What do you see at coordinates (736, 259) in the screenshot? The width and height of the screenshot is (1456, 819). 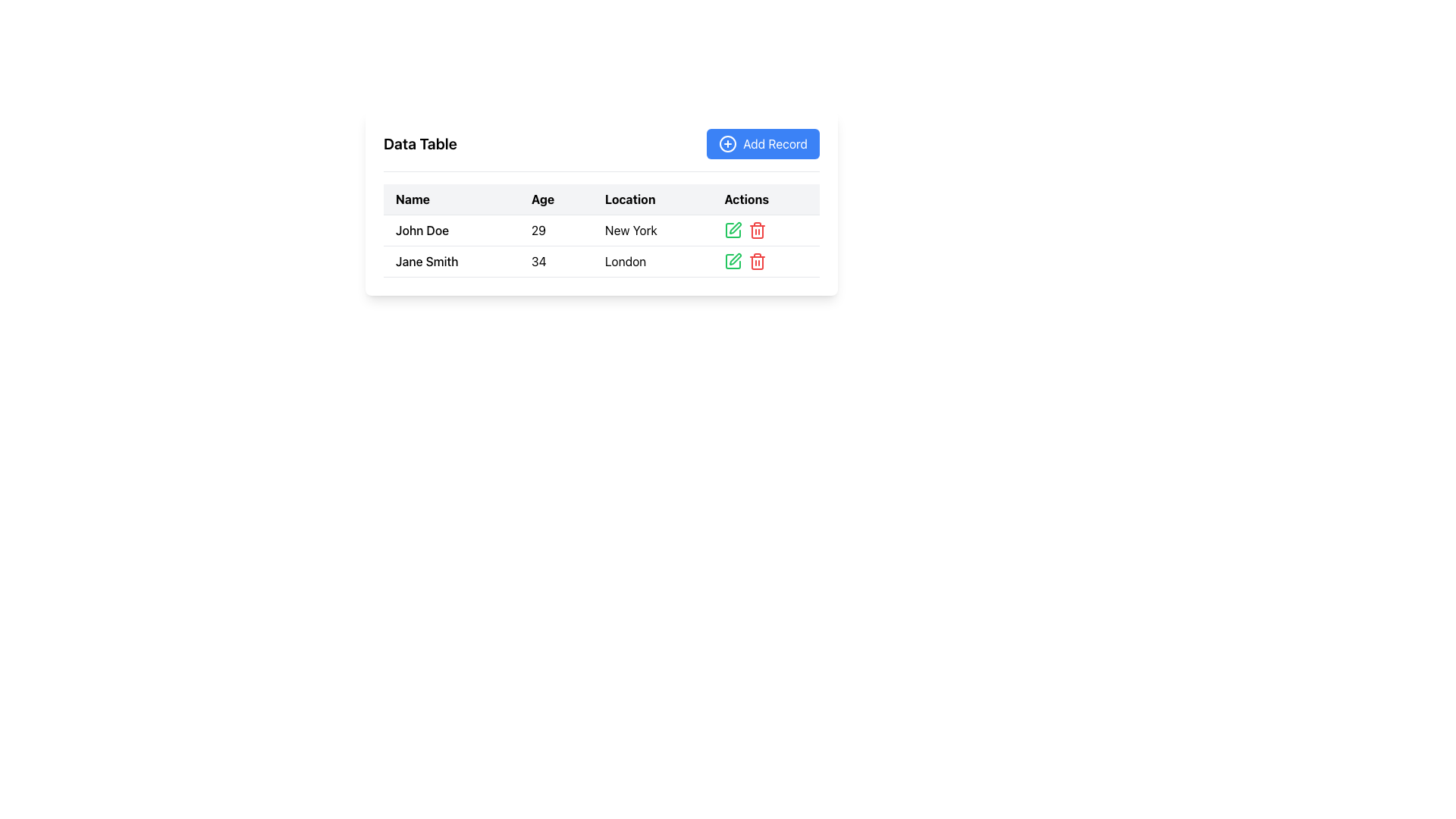 I see `the green edit button with a pen symbol located in the actions column of the second row of the data table, associated with the record for 'Jane Smith'` at bounding box center [736, 259].